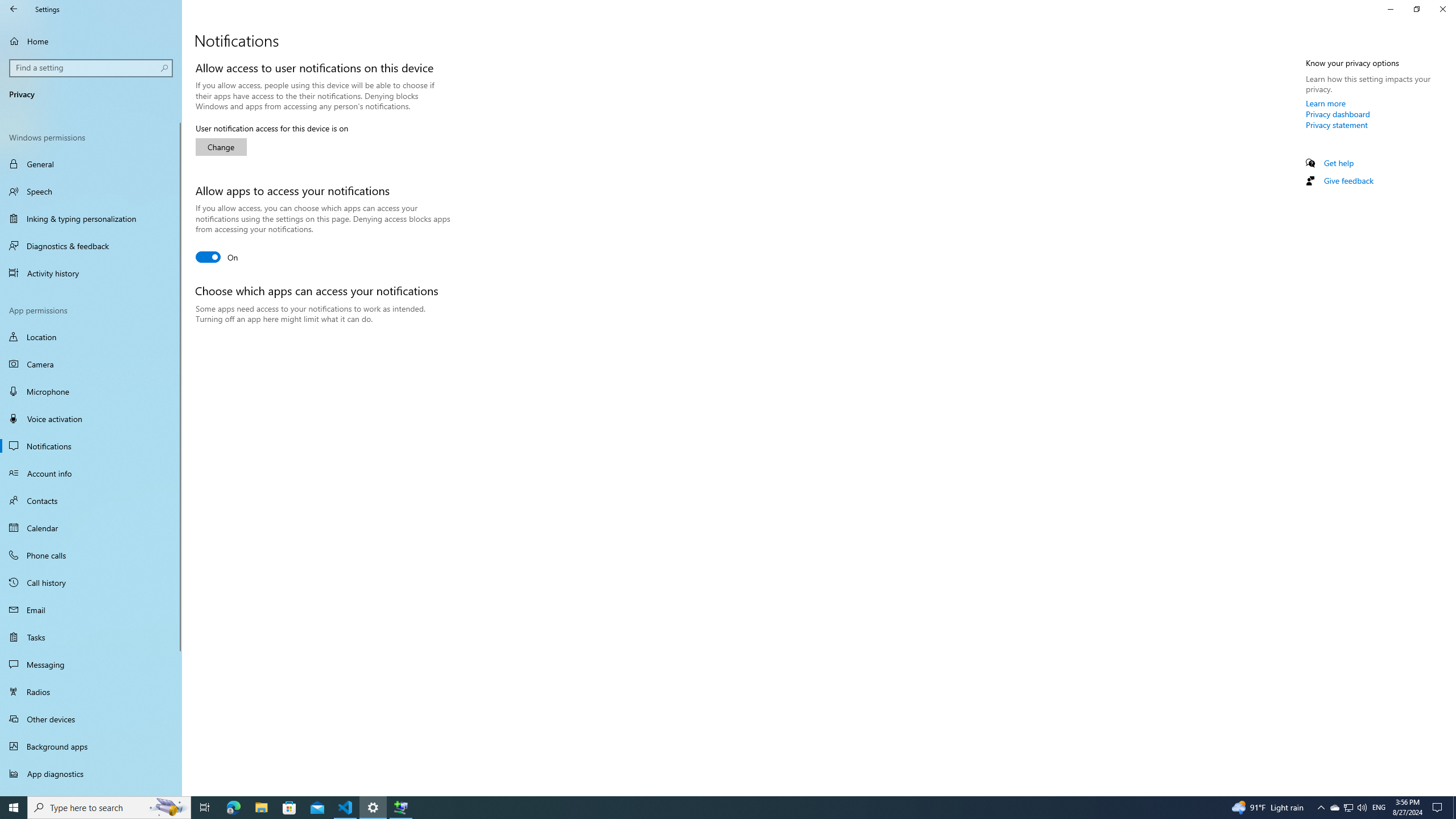  Describe the element at coordinates (90, 272) in the screenshot. I see `'Activity history'` at that location.